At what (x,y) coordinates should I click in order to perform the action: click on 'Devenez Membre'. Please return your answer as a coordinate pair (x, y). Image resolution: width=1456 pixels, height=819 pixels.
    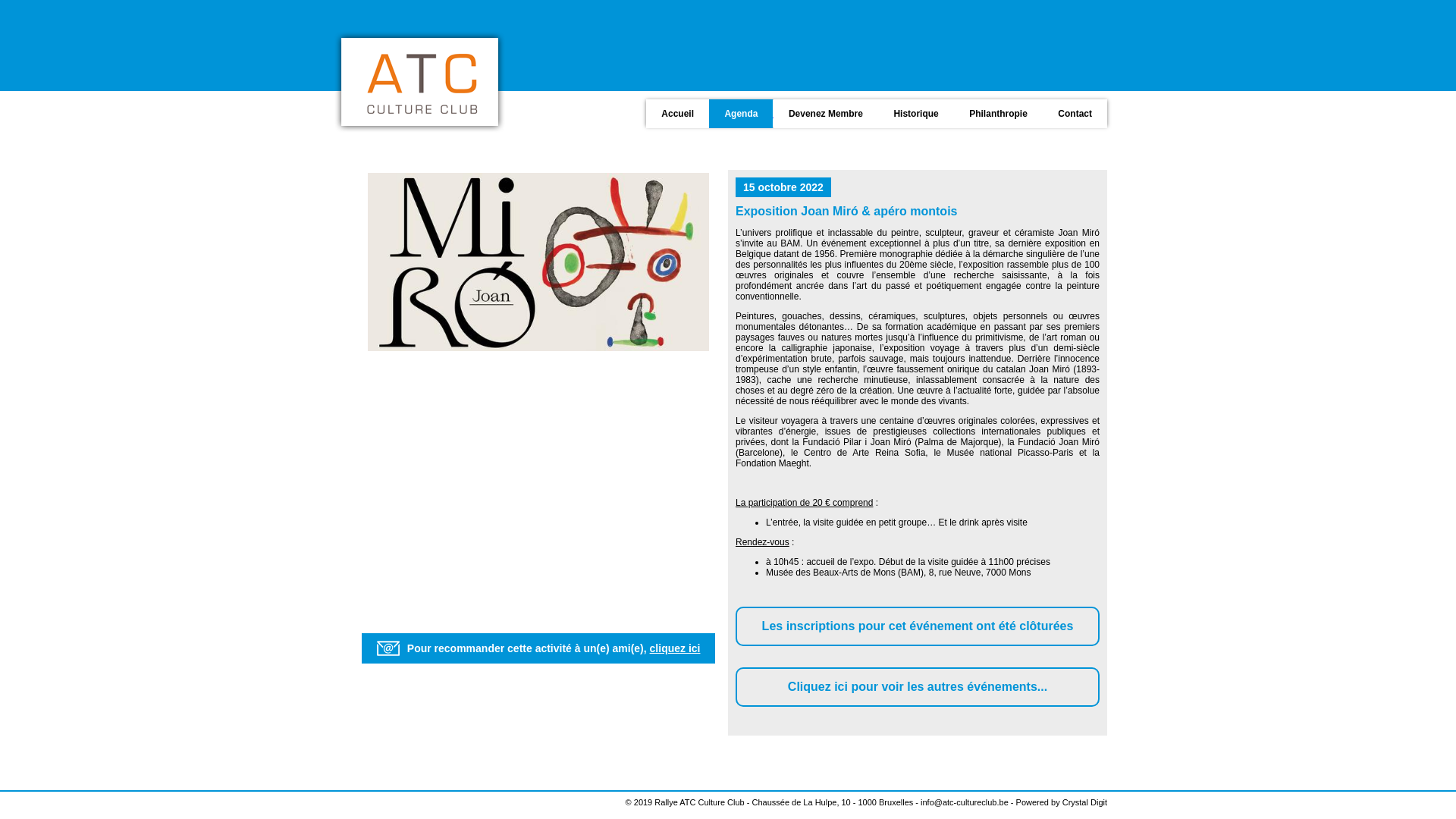
    Looking at the image, I should click on (823, 111).